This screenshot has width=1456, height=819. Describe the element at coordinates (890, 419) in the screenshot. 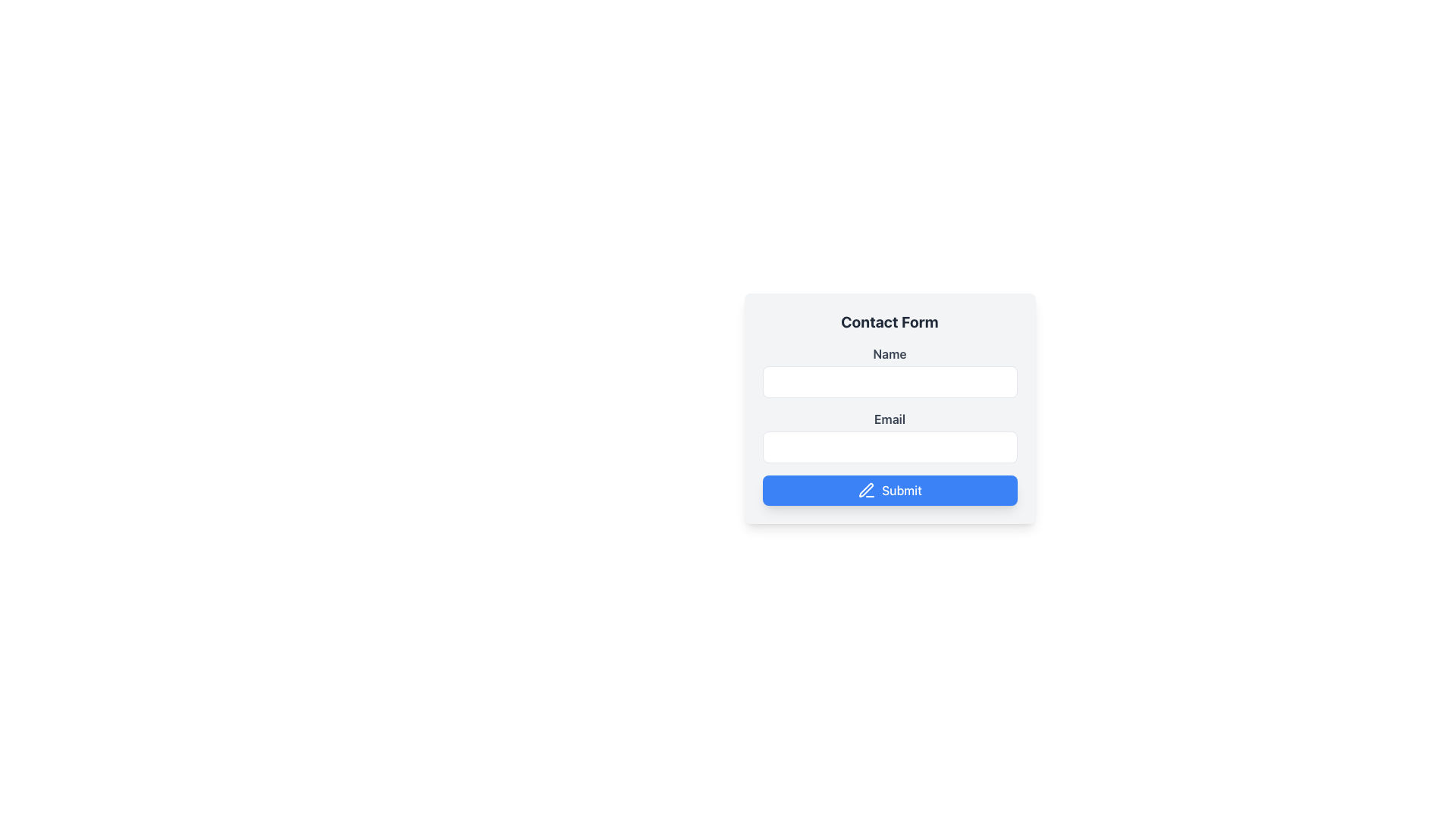

I see `the text label that reads 'Email', which is styled in bold dark gray font and located above the email input field in the contact form layout` at that location.